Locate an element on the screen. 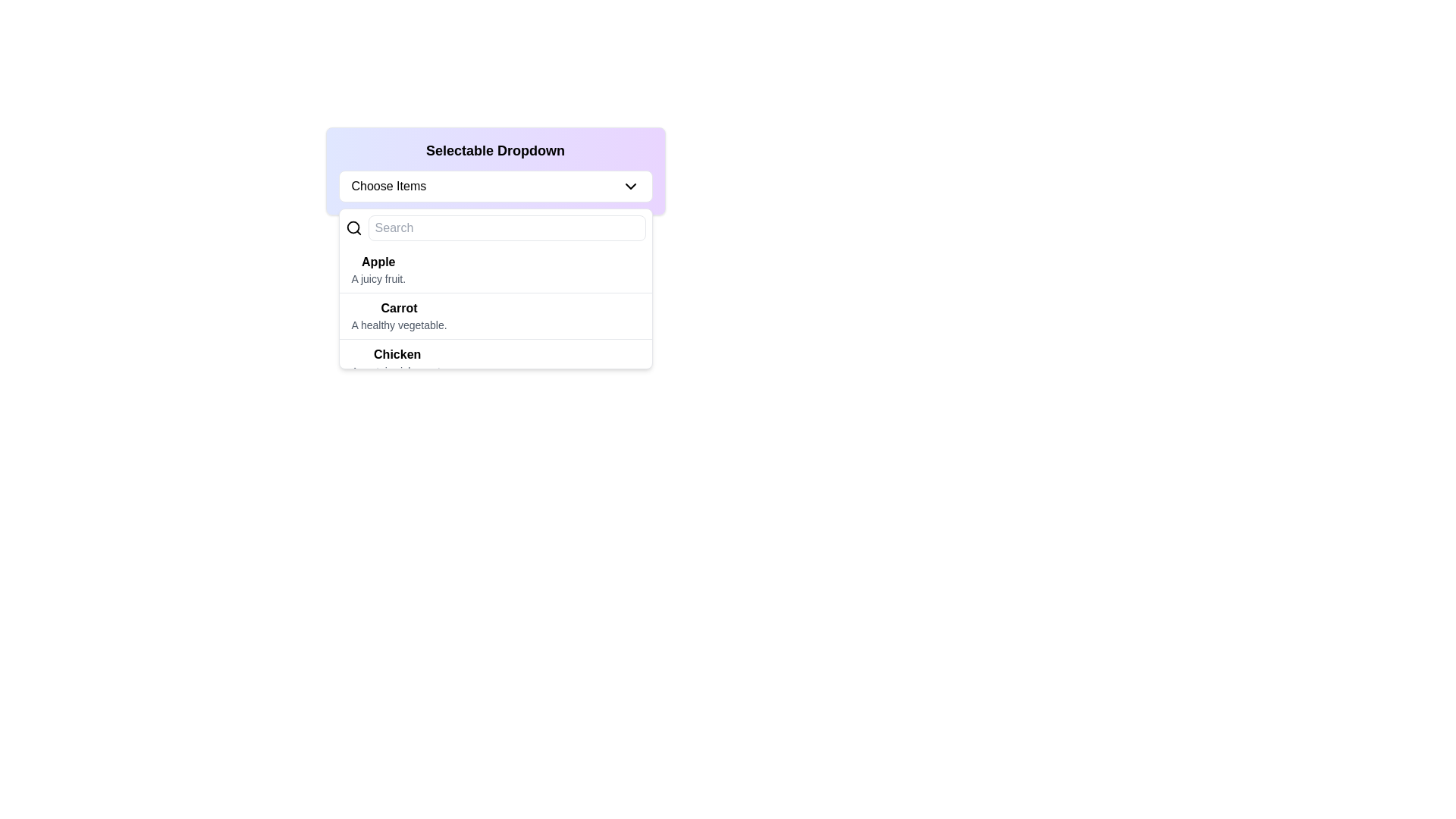 The width and height of the screenshot is (1456, 819). the dropdown menu list item displaying 'Carrot' in bold with the description 'A healthy vegetable.' is located at coordinates (399, 315).